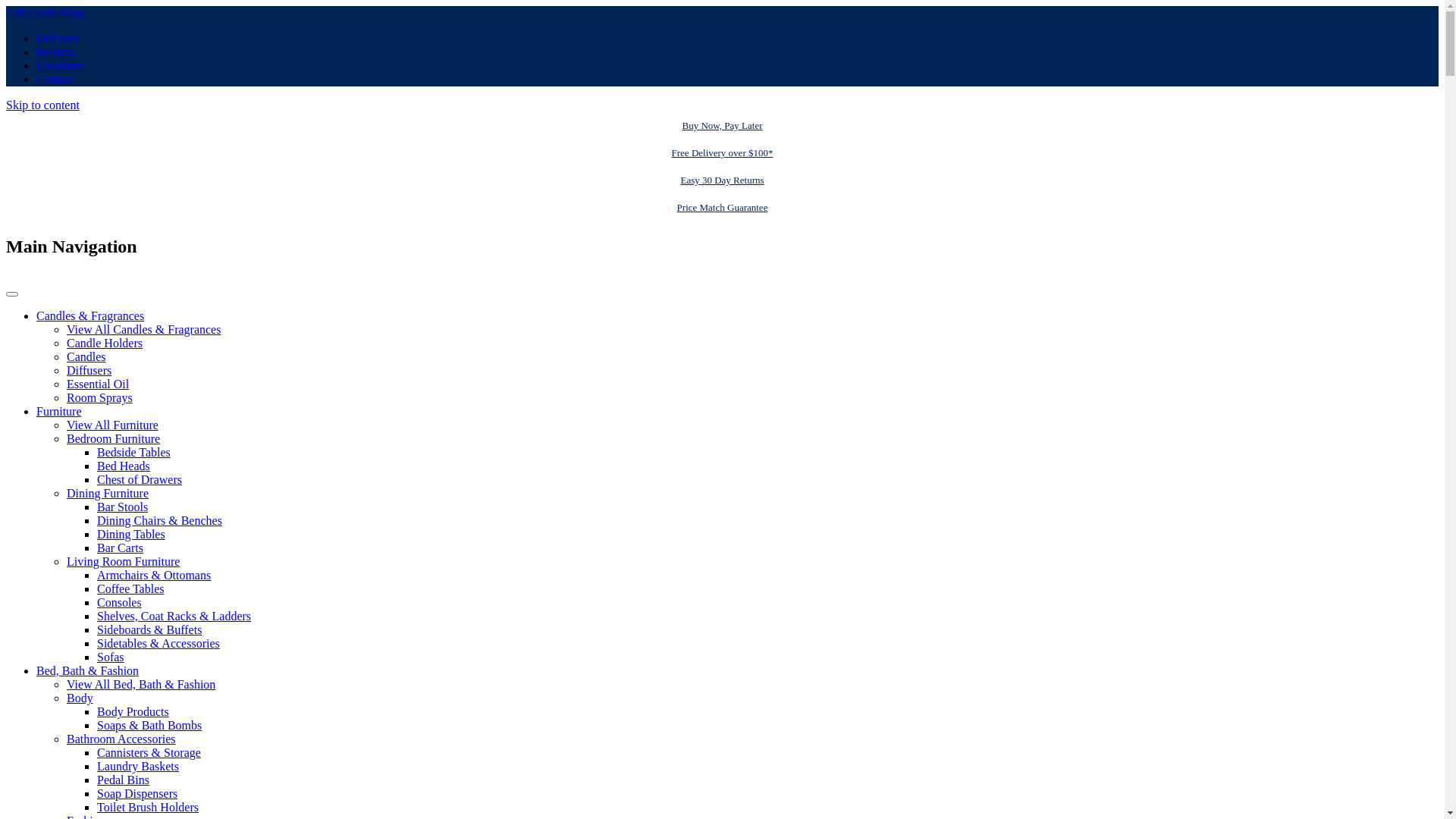 The width and height of the screenshot is (1456, 819). What do you see at coordinates (111, 425) in the screenshot?
I see `'View All Furniture'` at bounding box center [111, 425].